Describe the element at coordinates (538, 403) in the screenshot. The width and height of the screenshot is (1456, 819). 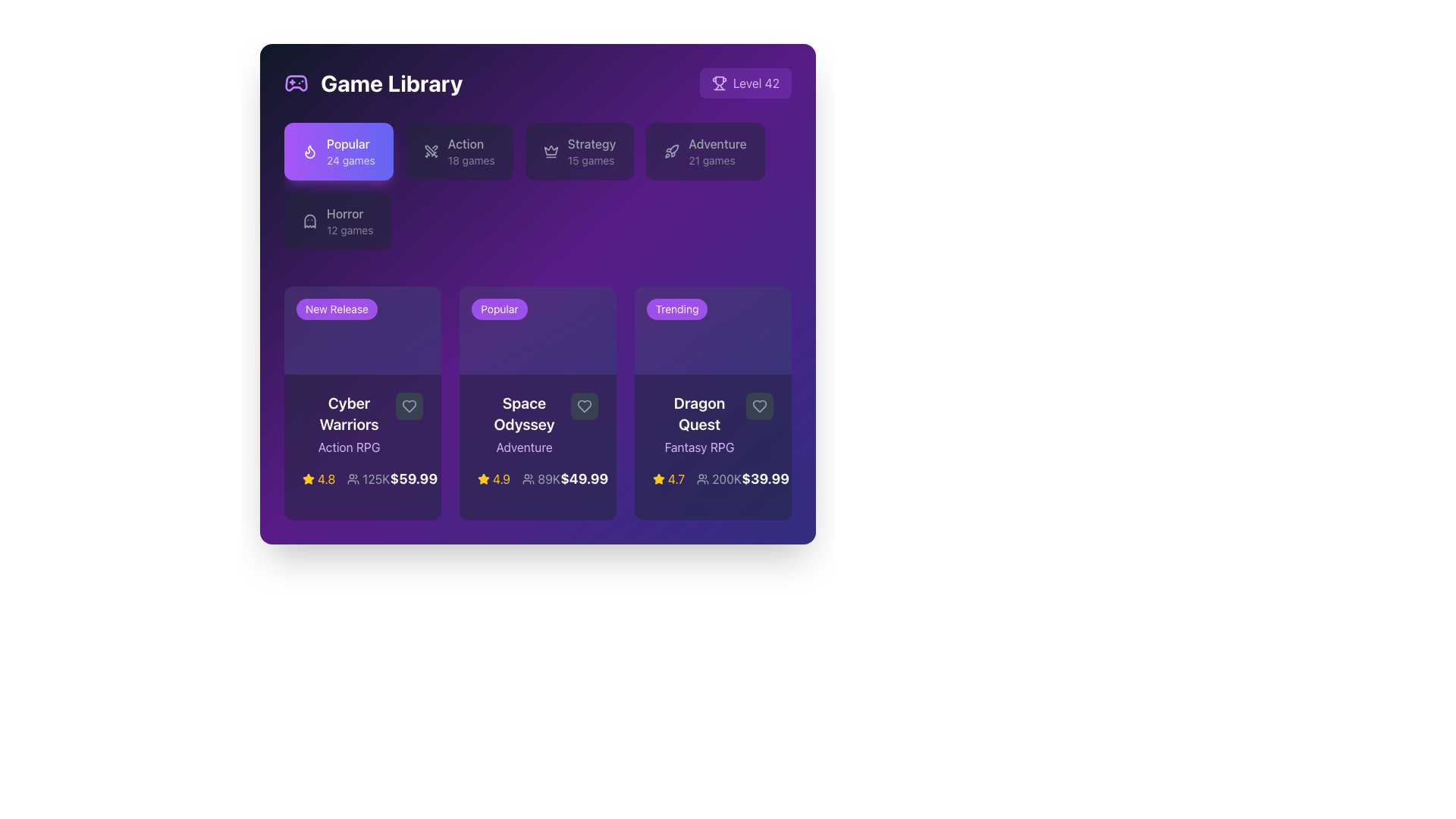
I see `a game card within the 'Game Library' grid layout` at that location.